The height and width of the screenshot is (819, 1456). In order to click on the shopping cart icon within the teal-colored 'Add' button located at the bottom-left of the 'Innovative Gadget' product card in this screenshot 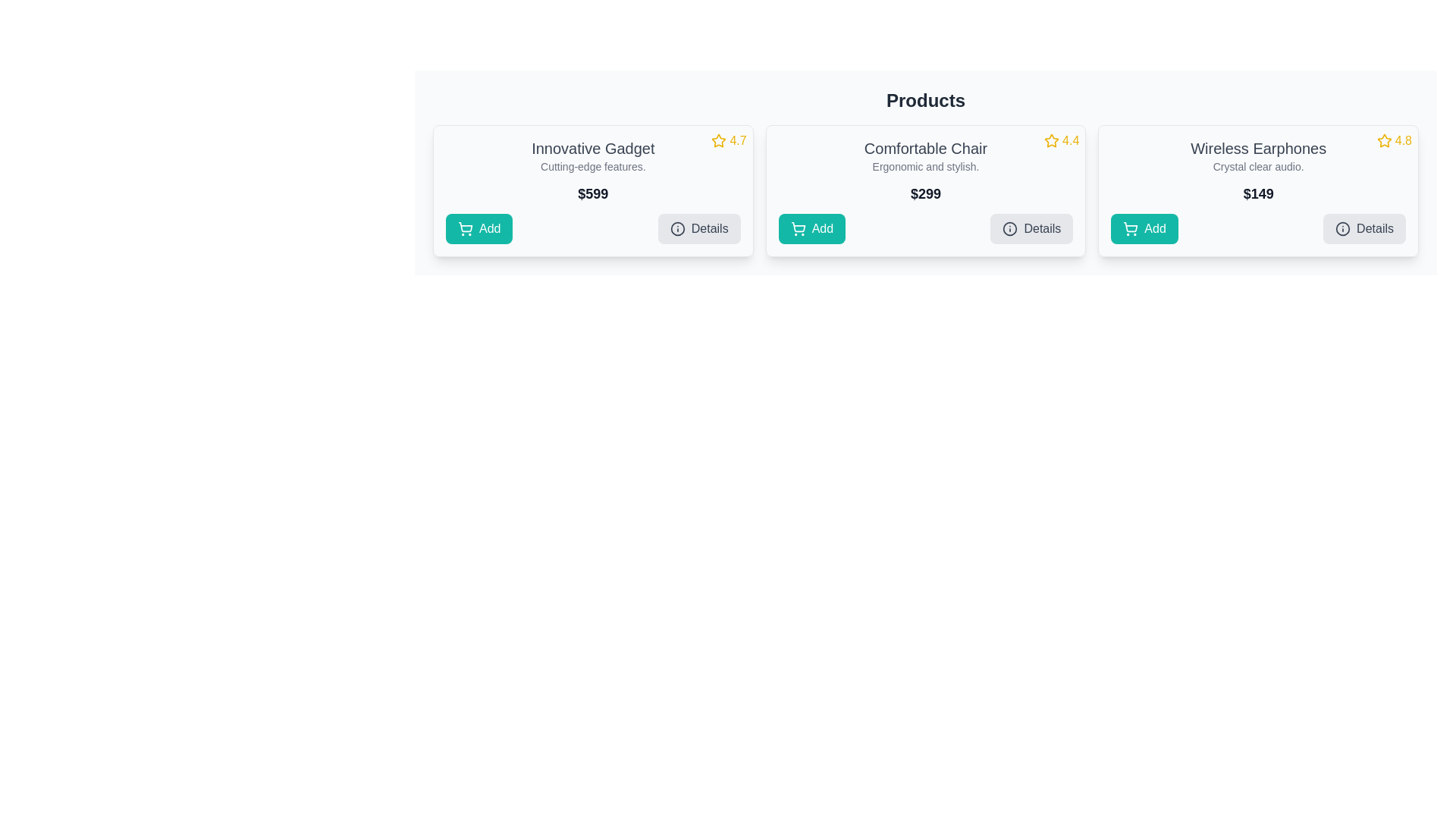, I will do `click(465, 228)`.